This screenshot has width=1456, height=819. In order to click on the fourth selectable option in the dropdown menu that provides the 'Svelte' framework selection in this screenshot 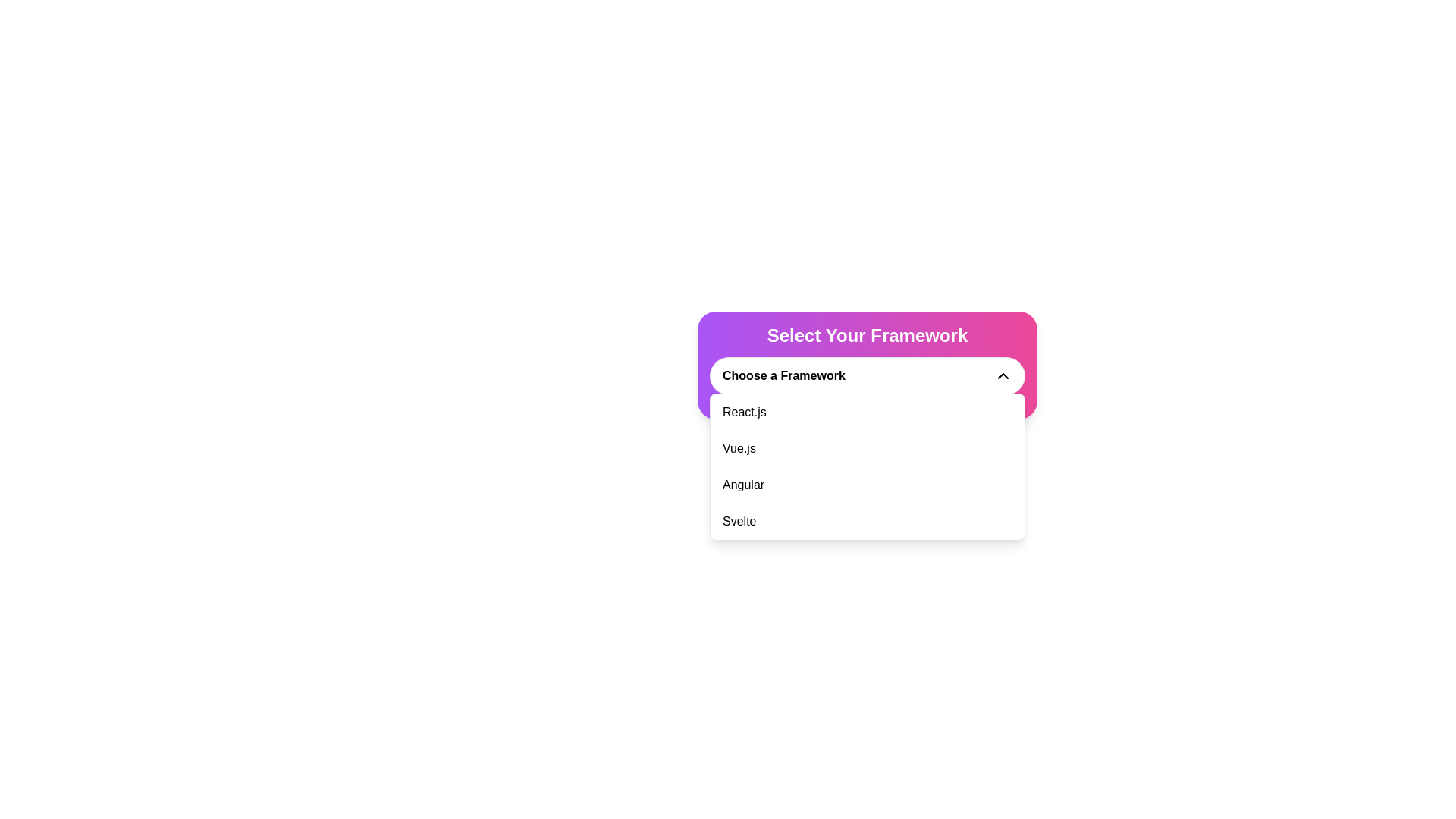, I will do `click(867, 520)`.